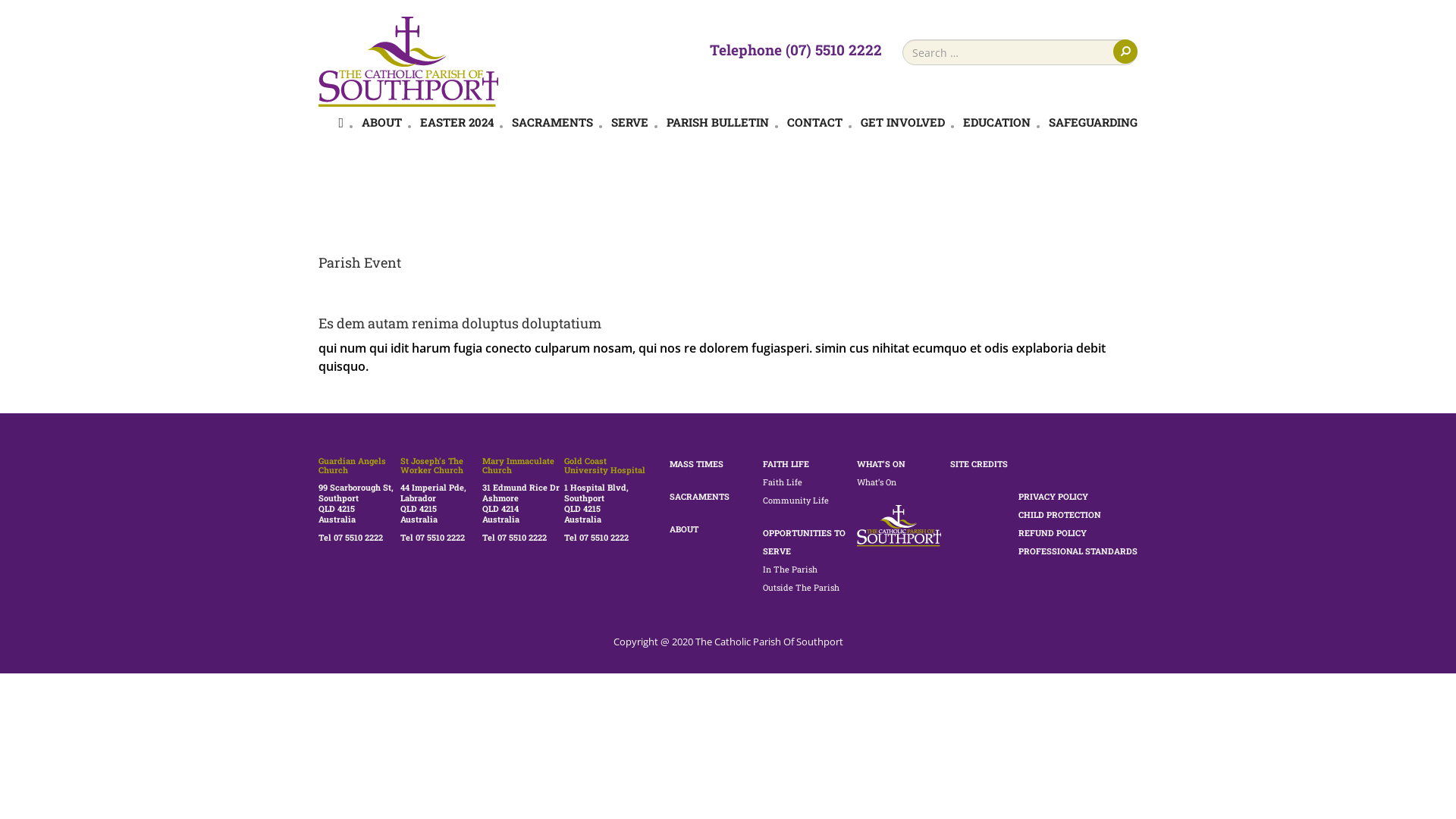  What do you see at coordinates (789, 569) in the screenshot?
I see `'In The Parish'` at bounding box center [789, 569].